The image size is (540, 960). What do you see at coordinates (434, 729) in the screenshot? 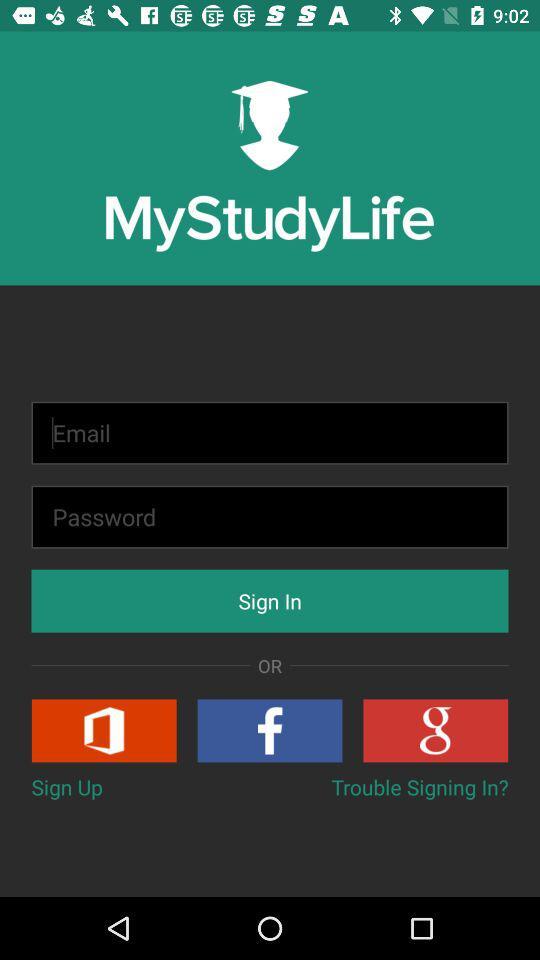
I see `sign in with google` at bounding box center [434, 729].